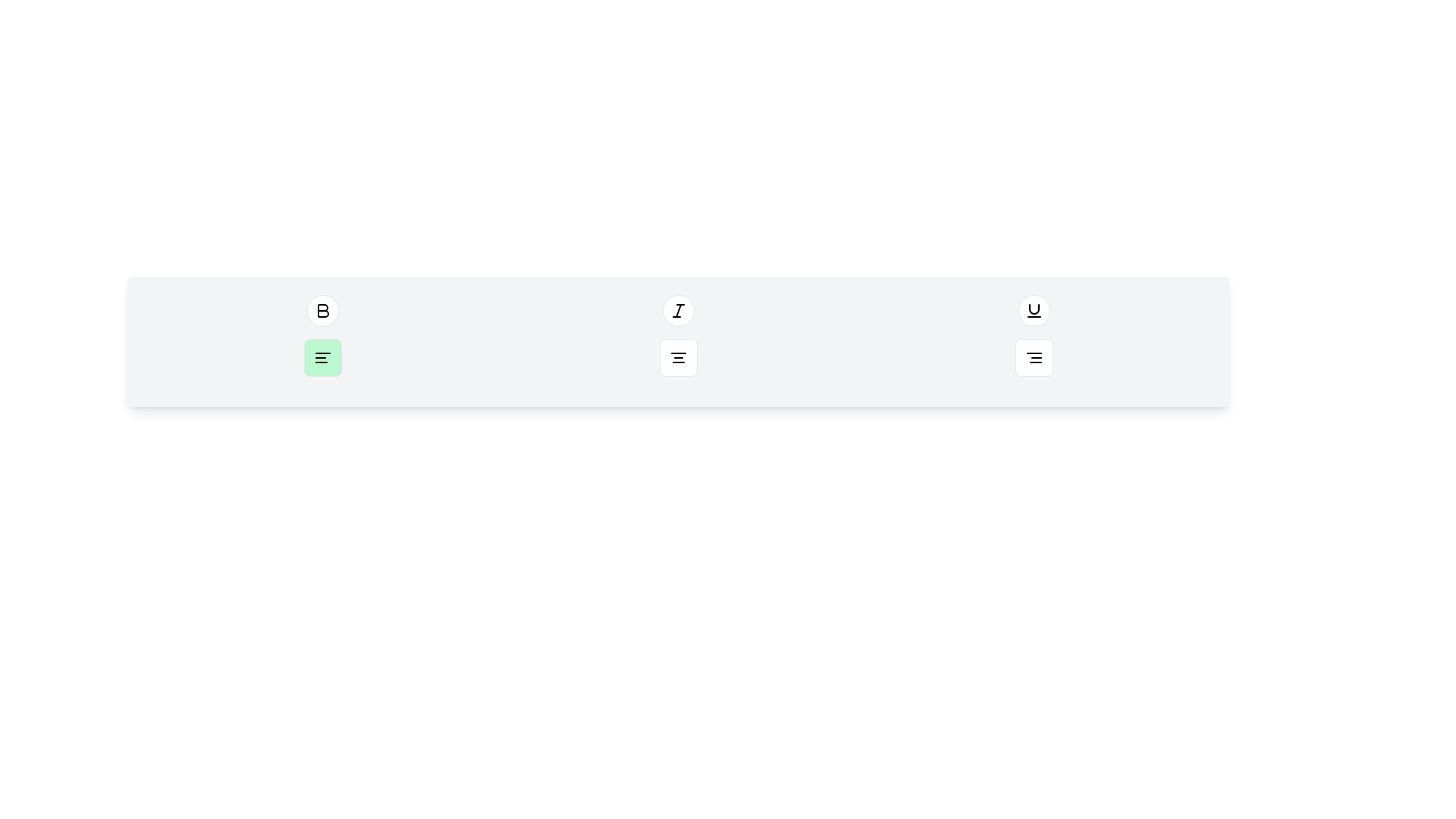  I want to click on the leftmost square-shaped button with a green background and a black icon representing left-aligned text, located in the center panel of the interface, so click(322, 357).